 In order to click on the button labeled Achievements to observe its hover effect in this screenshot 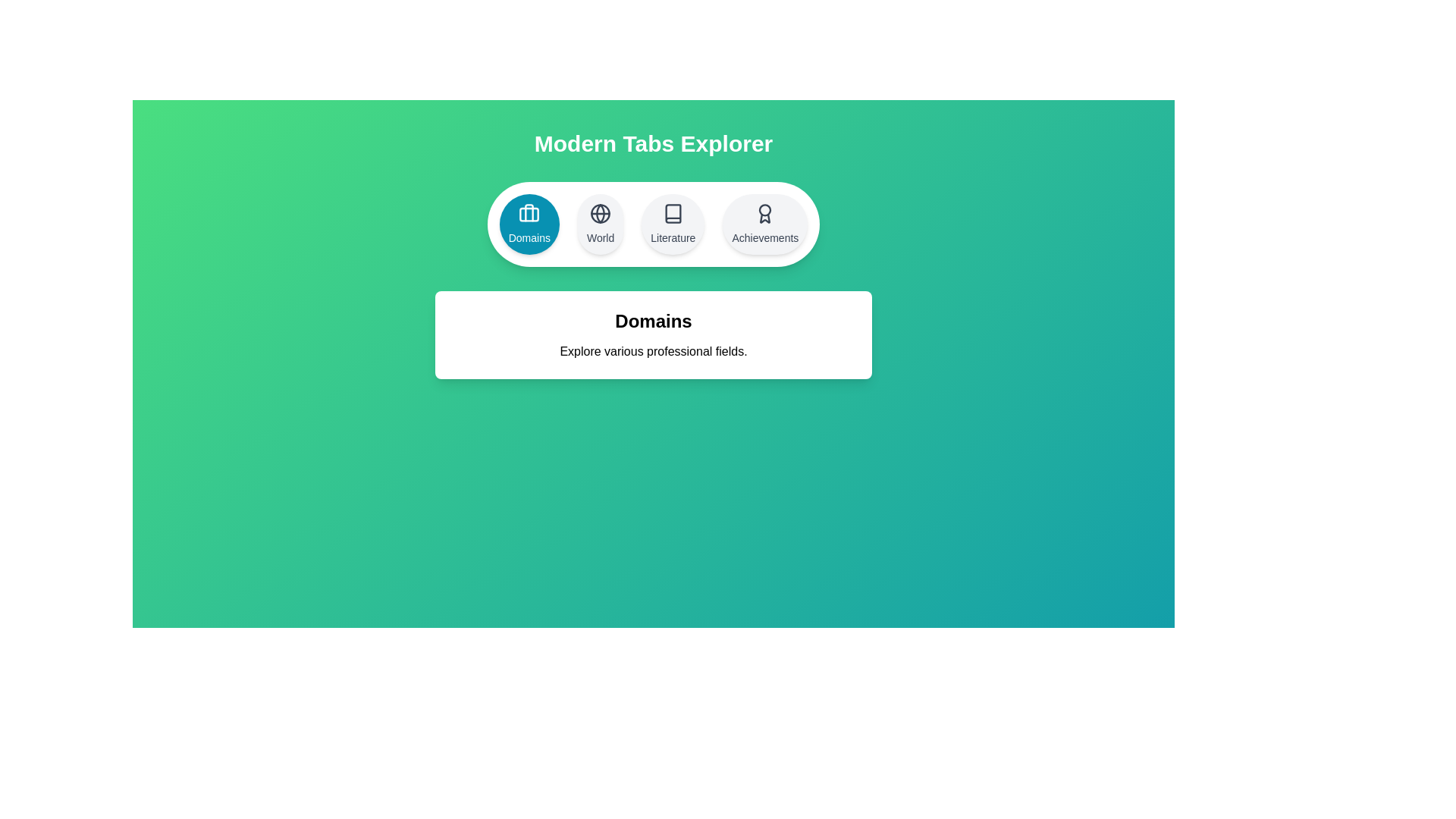, I will do `click(764, 224)`.